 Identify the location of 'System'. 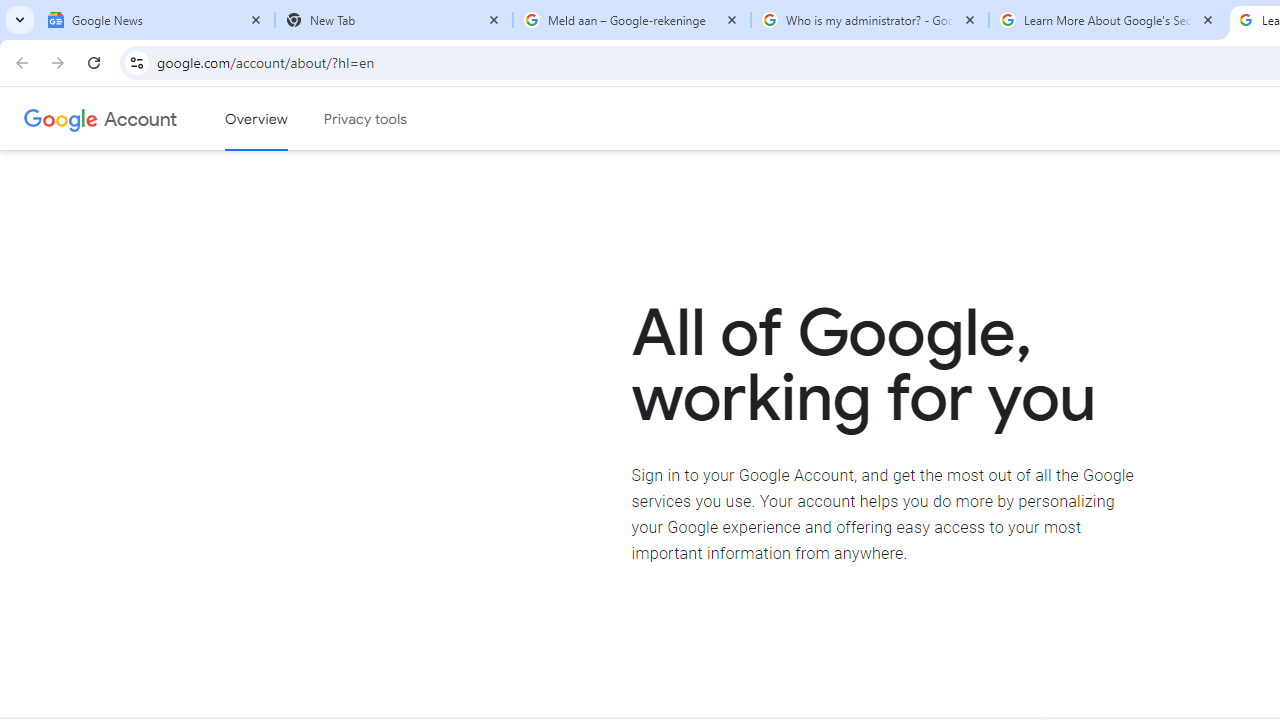
(10, 11).